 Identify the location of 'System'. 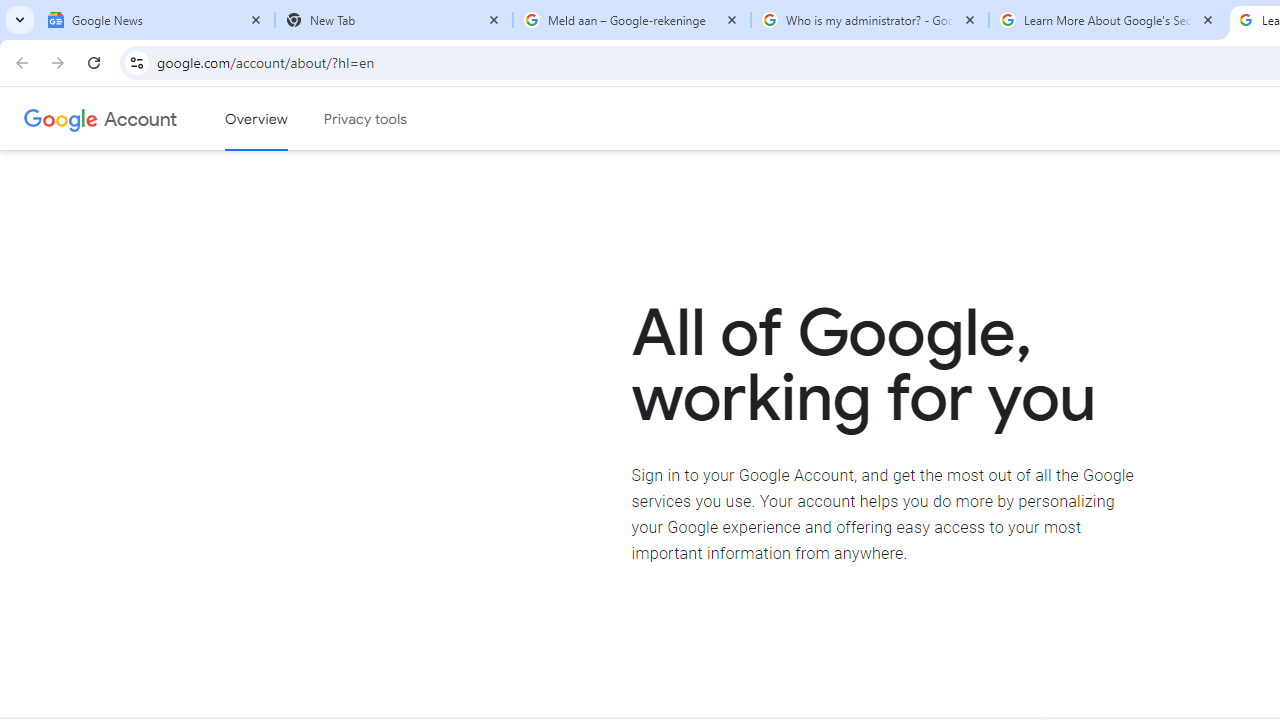
(10, 11).